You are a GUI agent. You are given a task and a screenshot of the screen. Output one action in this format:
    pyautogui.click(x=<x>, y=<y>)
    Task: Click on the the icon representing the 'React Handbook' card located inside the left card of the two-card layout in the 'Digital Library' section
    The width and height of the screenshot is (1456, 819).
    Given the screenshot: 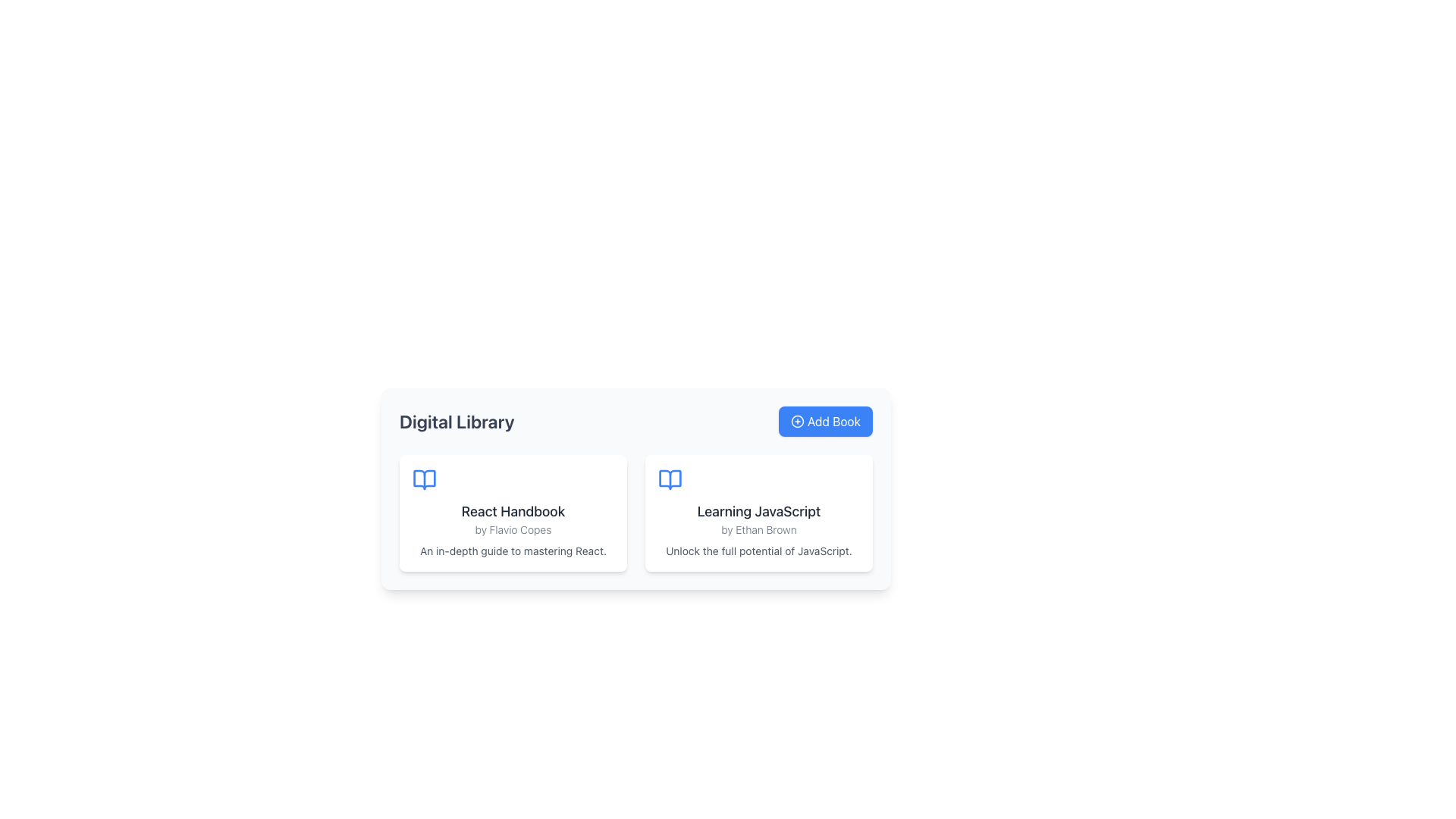 What is the action you would take?
    pyautogui.click(x=425, y=479)
    